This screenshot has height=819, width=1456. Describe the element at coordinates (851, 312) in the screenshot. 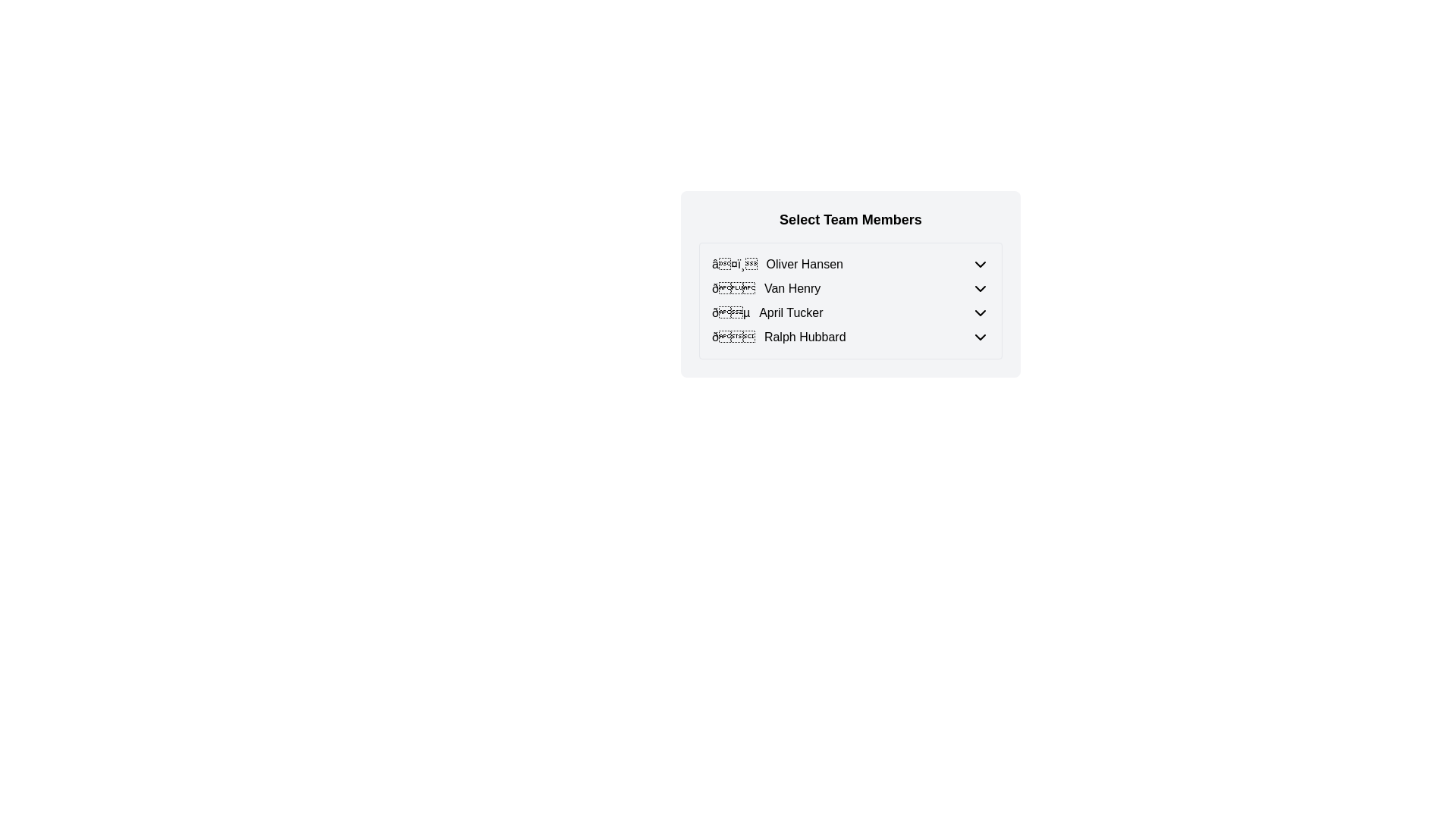

I see `the third list item labeled 'April Tucker' with a dropdown toggle` at that location.